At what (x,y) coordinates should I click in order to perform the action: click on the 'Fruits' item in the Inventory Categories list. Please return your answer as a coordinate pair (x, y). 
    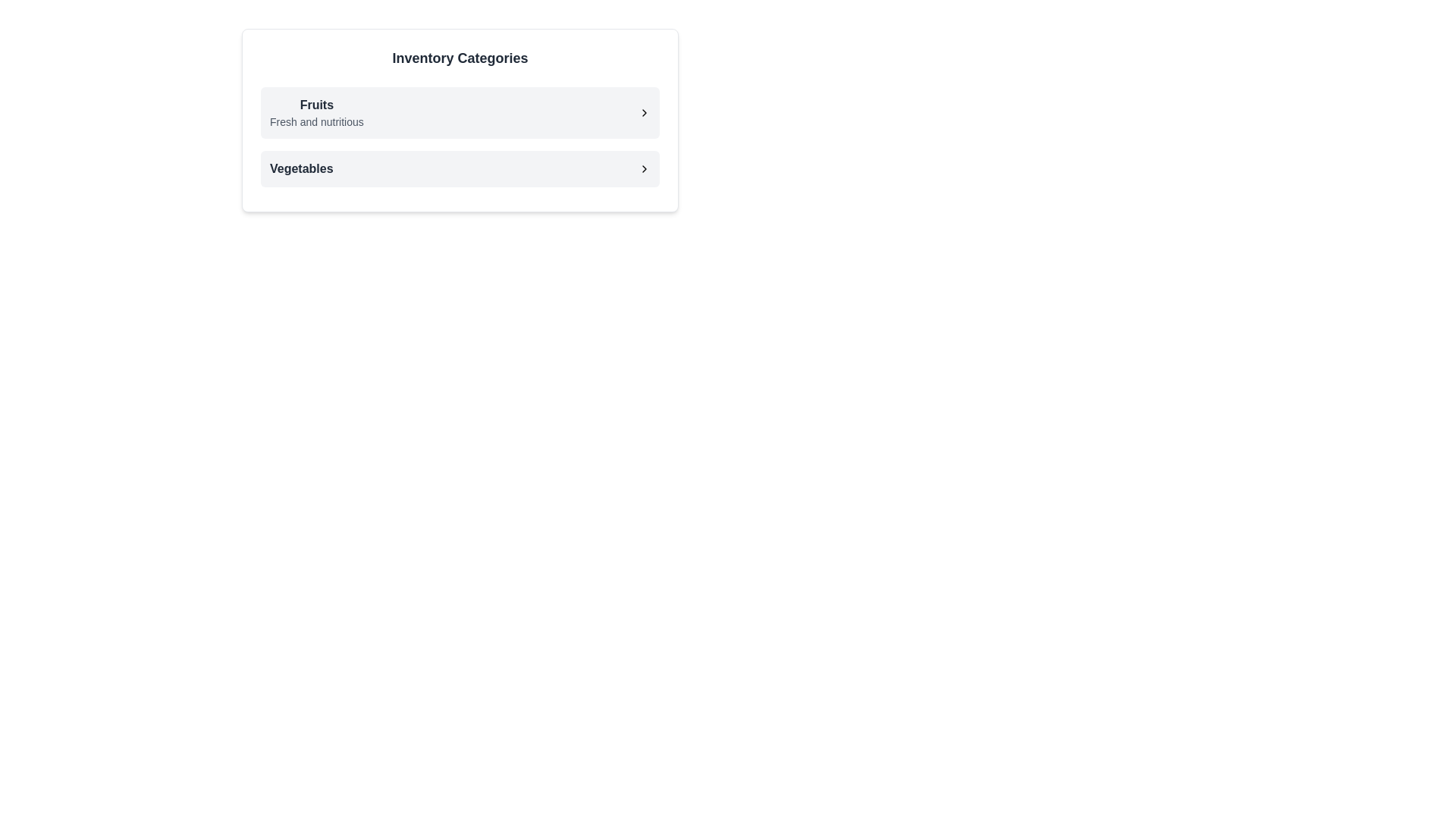
    Looking at the image, I should click on (459, 137).